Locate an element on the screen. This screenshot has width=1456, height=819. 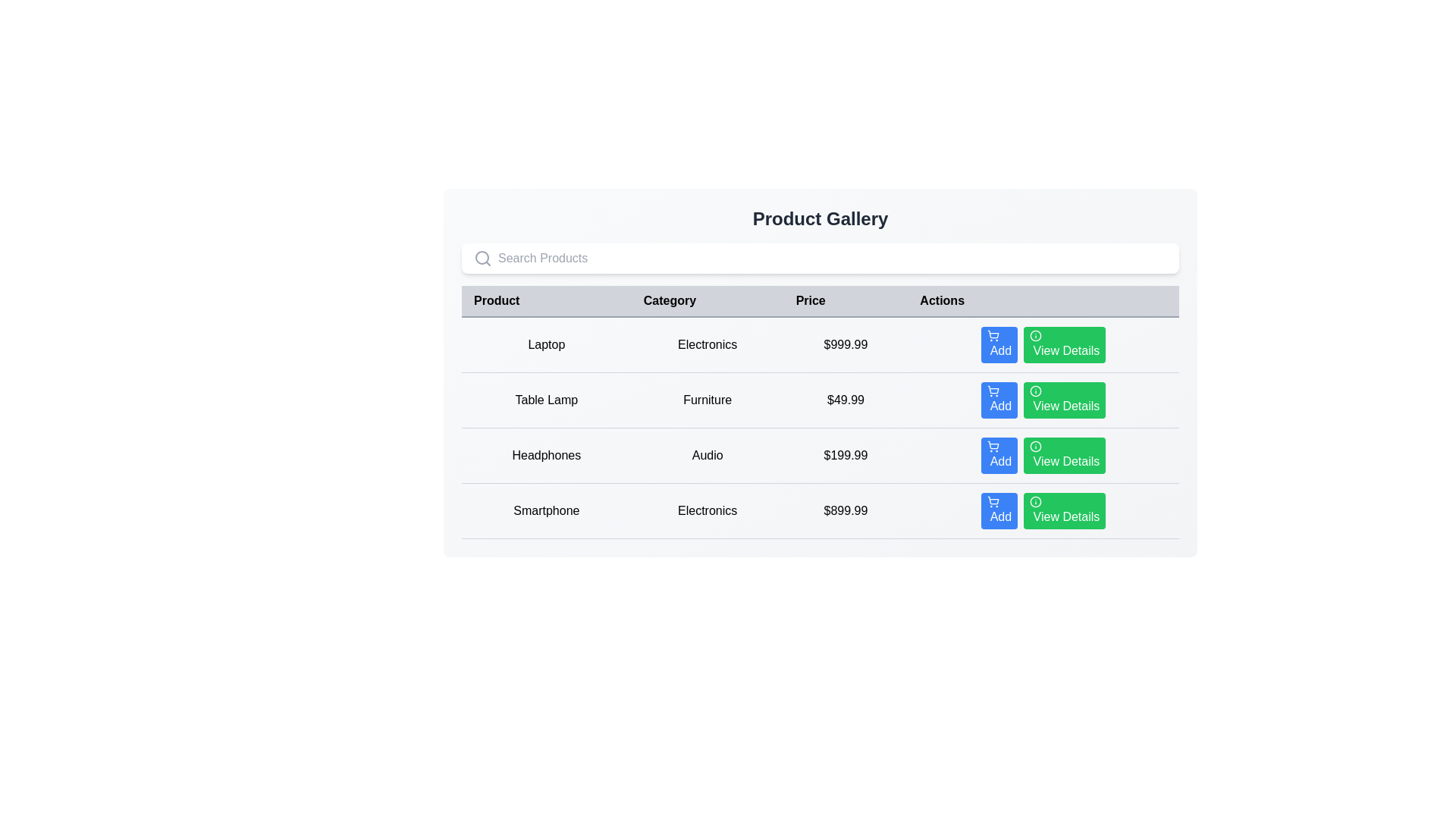
the shopping cart icon within the 'Actions' column next to the first row (product Laptop) of the product table is located at coordinates (993, 333).